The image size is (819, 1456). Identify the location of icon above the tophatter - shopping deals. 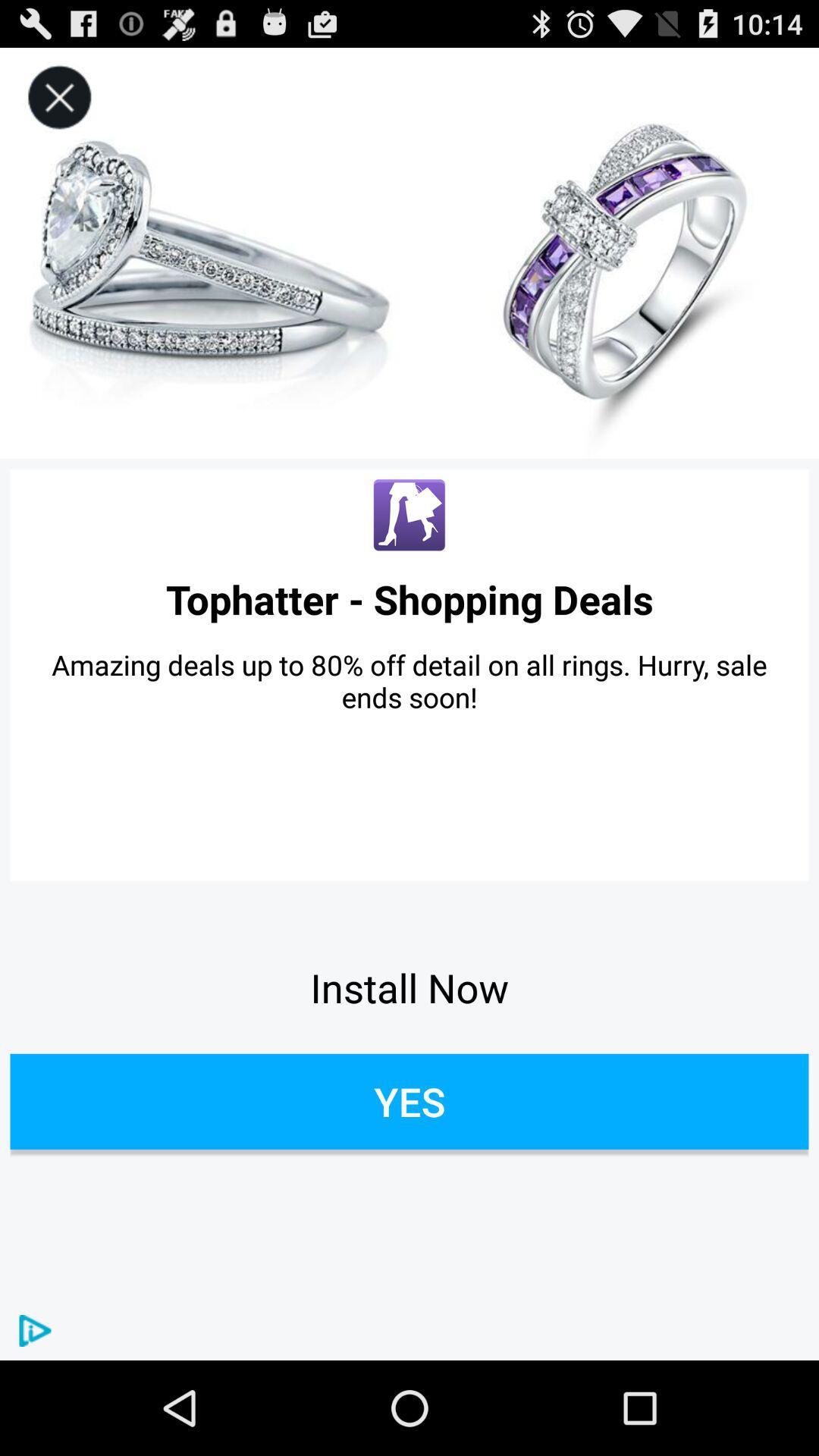
(58, 97).